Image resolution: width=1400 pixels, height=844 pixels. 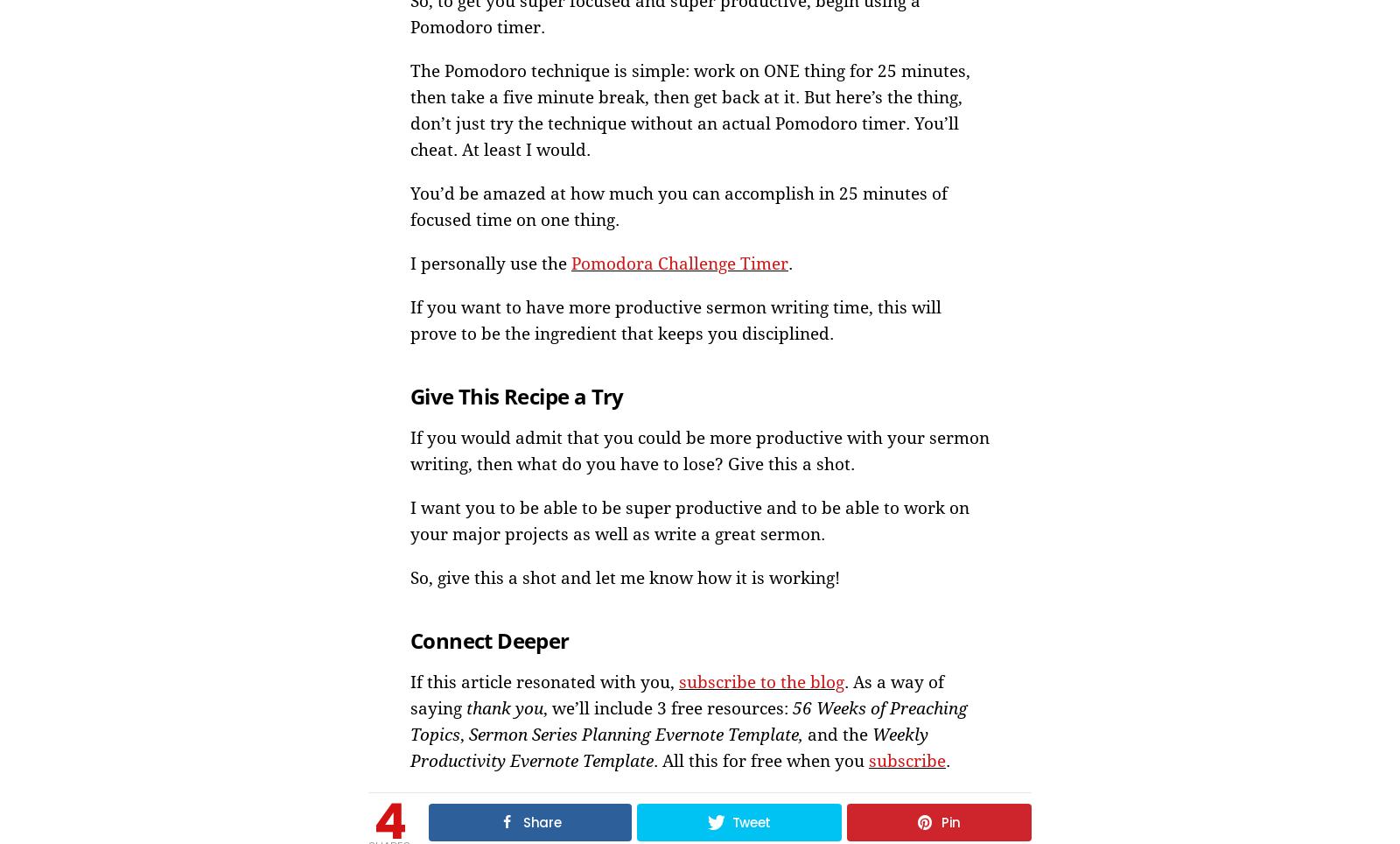 I want to click on 'I personally use the', so click(x=489, y=263).